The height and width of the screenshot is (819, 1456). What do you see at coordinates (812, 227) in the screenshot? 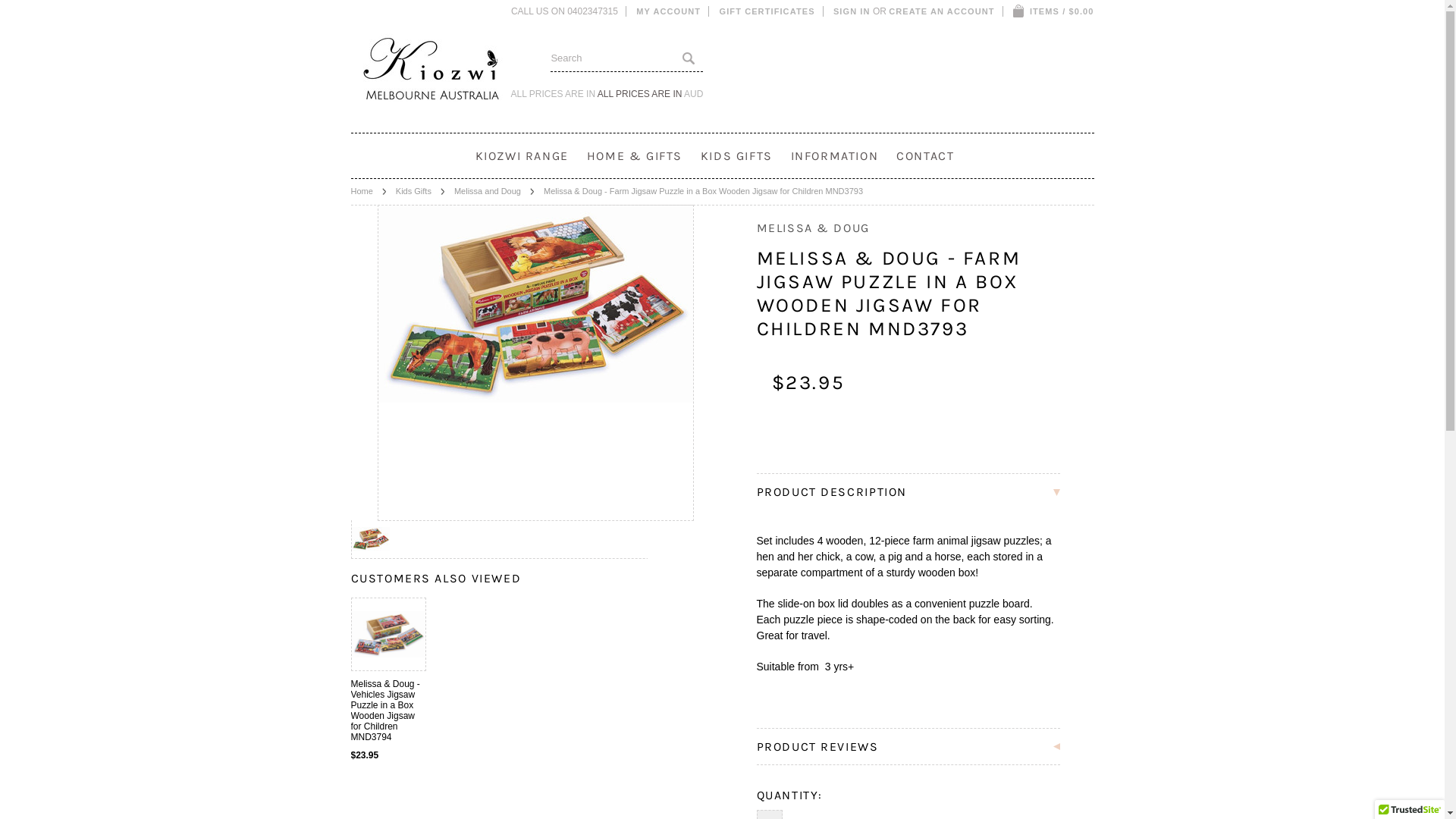
I see `'MELISSA & DOUG'` at bounding box center [812, 227].